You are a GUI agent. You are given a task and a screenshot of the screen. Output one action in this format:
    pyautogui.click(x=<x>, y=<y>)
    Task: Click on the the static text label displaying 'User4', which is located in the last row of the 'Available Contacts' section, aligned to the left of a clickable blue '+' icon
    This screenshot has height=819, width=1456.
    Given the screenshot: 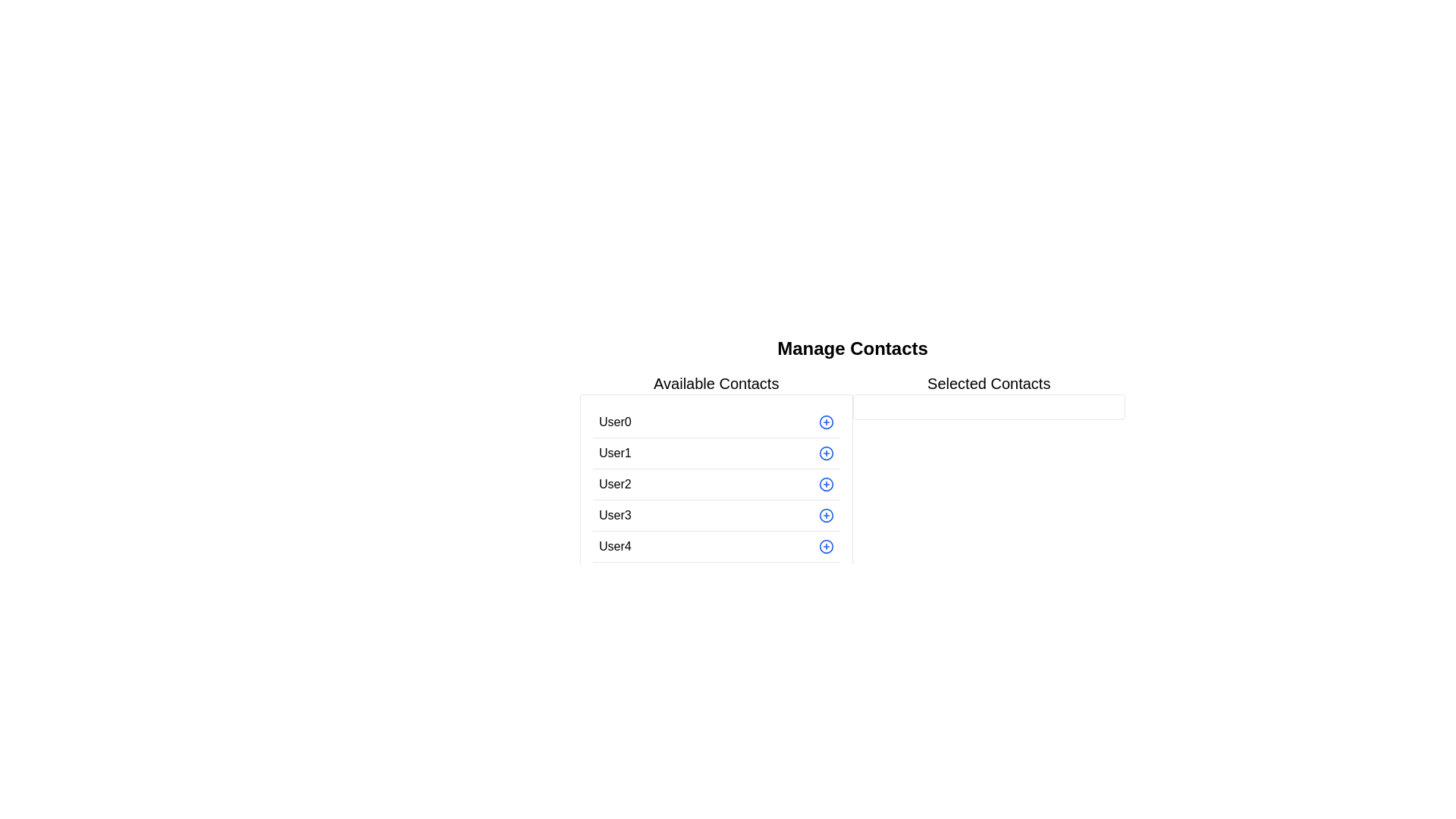 What is the action you would take?
    pyautogui.click(x=615, y=547)
    